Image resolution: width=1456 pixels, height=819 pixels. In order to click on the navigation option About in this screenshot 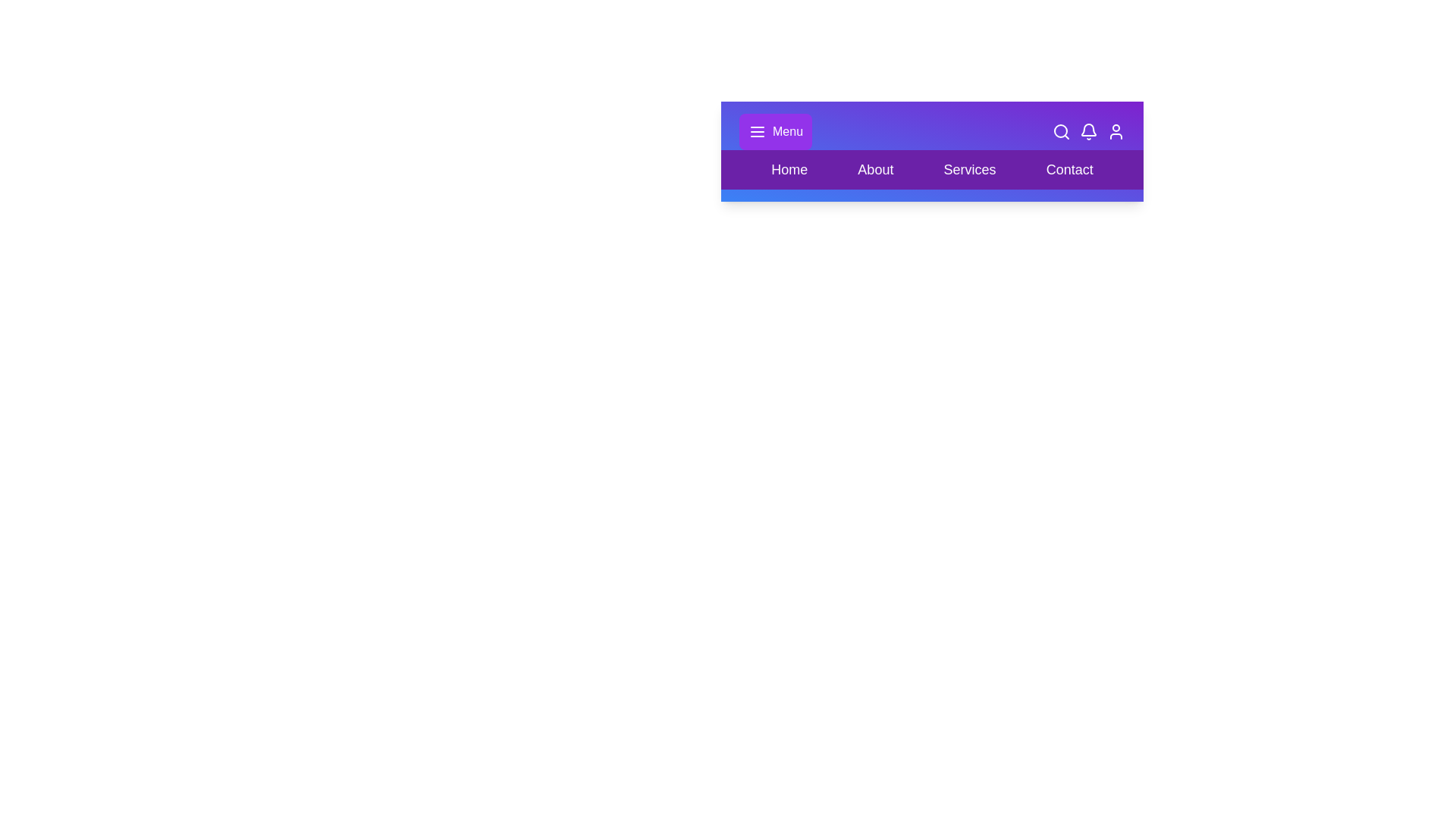, I will do `click(875, 169)`.